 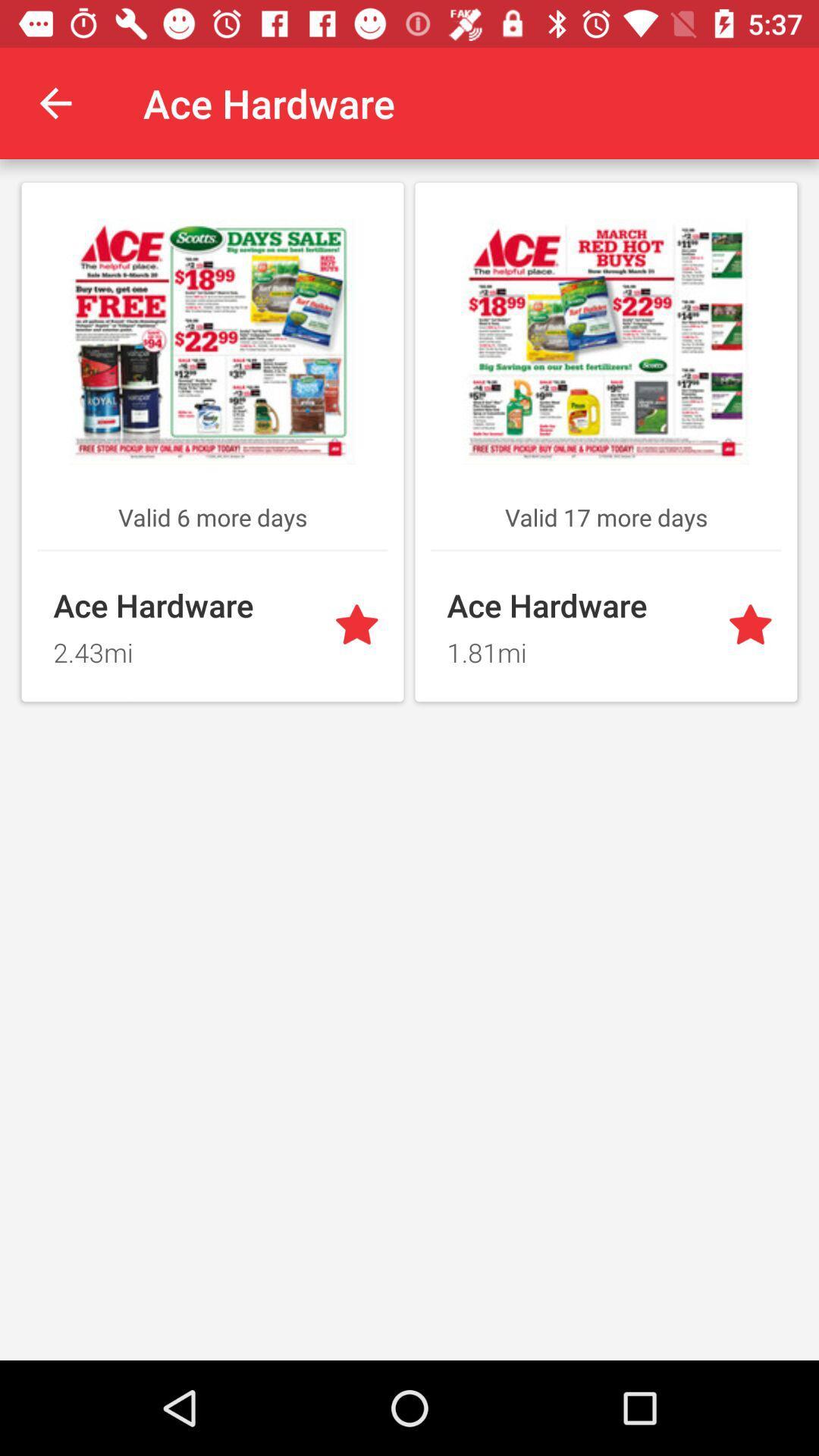 I want to click on the app to the left of the ace hardware icon, so click(x=55, y=102).